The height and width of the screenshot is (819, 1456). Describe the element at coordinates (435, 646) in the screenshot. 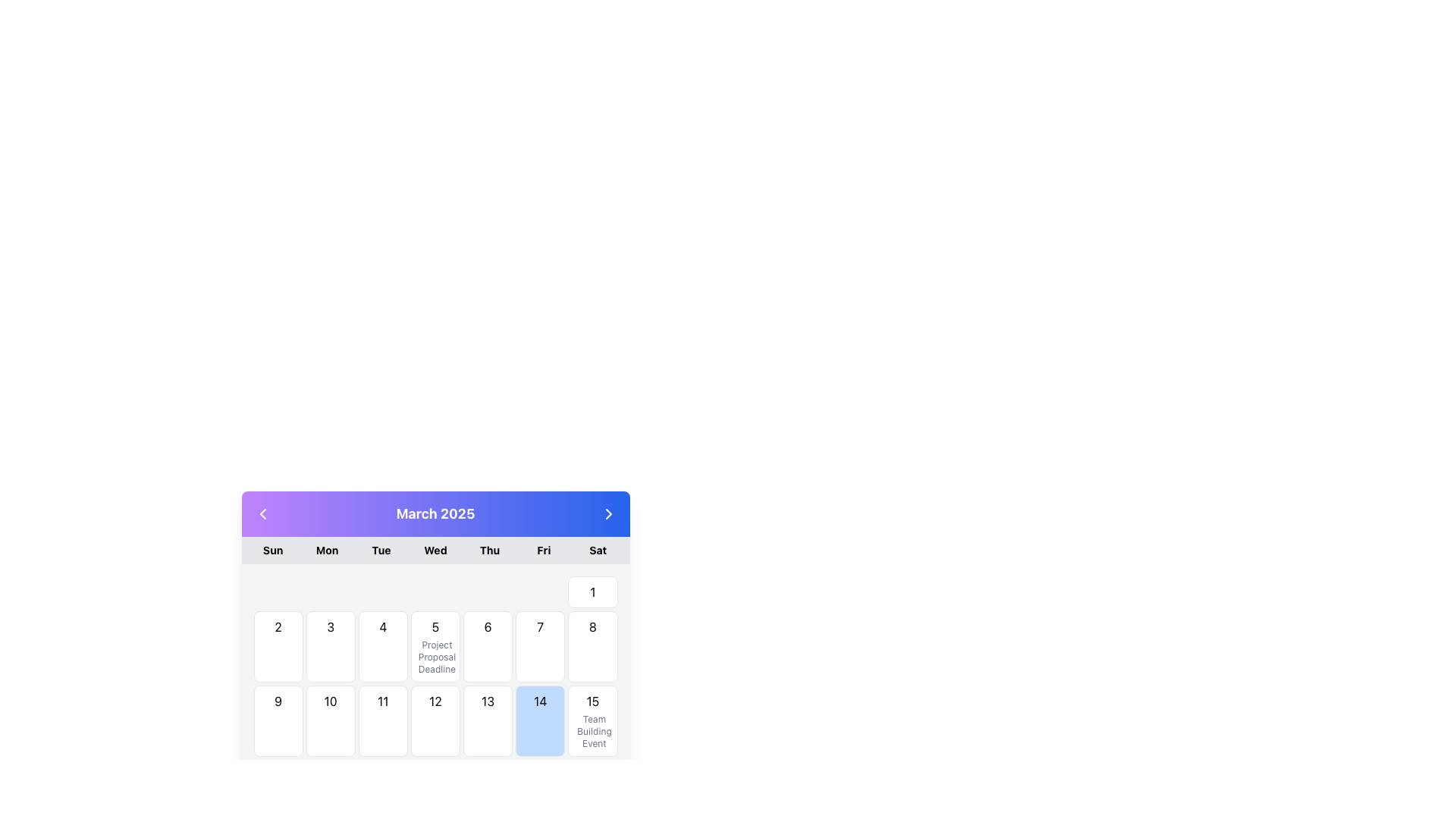

I see `the calendar cell representing the date '5th March 2025'` at that location.